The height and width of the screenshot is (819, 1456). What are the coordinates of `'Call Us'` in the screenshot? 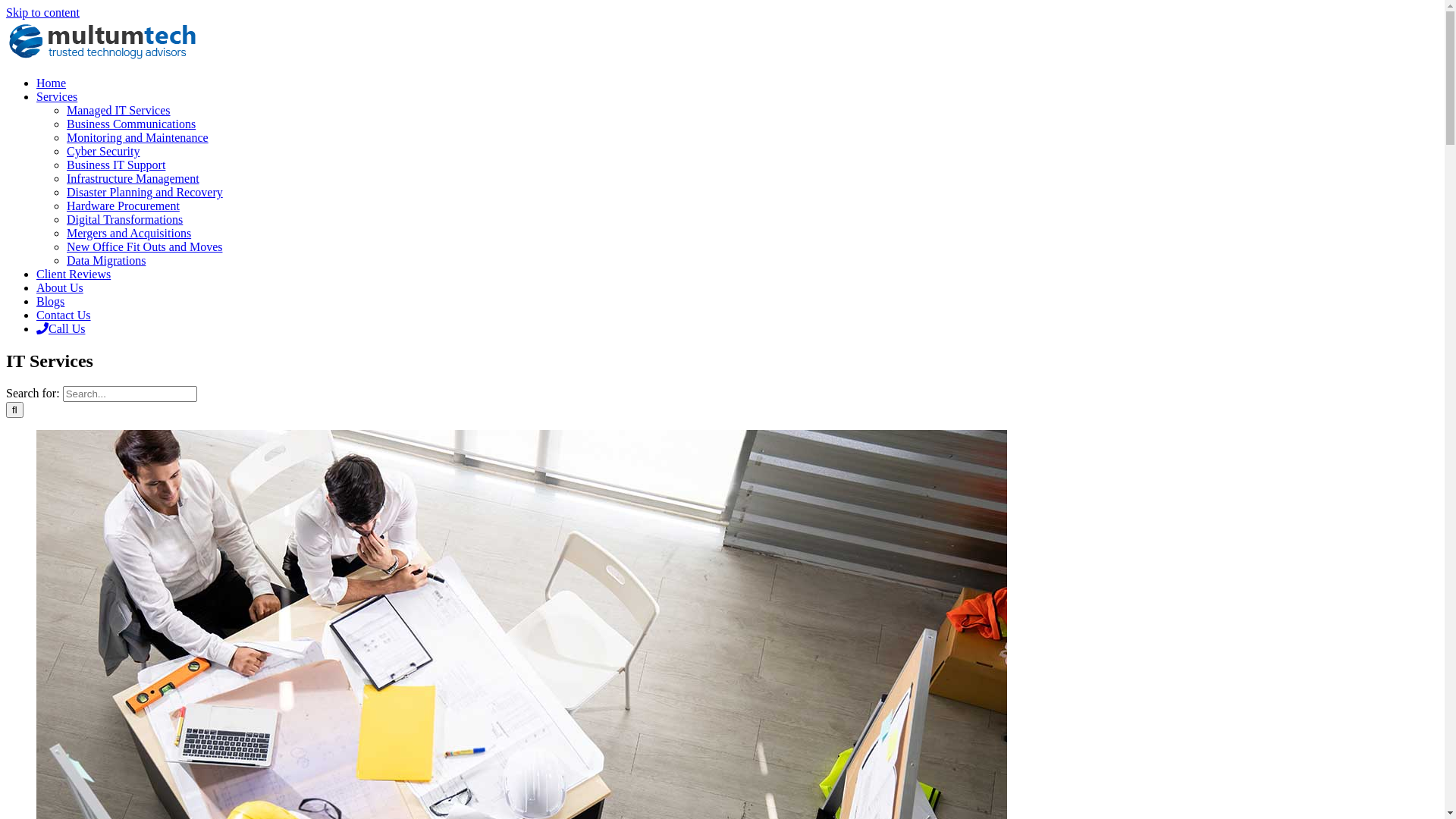 It's located at (36, 328).